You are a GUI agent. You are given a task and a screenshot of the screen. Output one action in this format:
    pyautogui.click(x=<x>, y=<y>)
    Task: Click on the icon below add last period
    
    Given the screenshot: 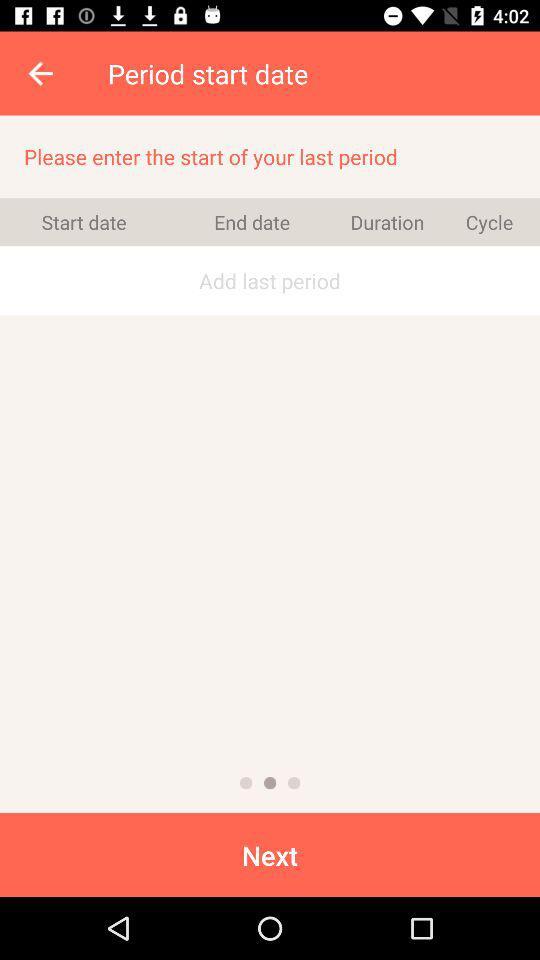 What is the action you would take?
    pyautogui.click(x=293, y=783)
    